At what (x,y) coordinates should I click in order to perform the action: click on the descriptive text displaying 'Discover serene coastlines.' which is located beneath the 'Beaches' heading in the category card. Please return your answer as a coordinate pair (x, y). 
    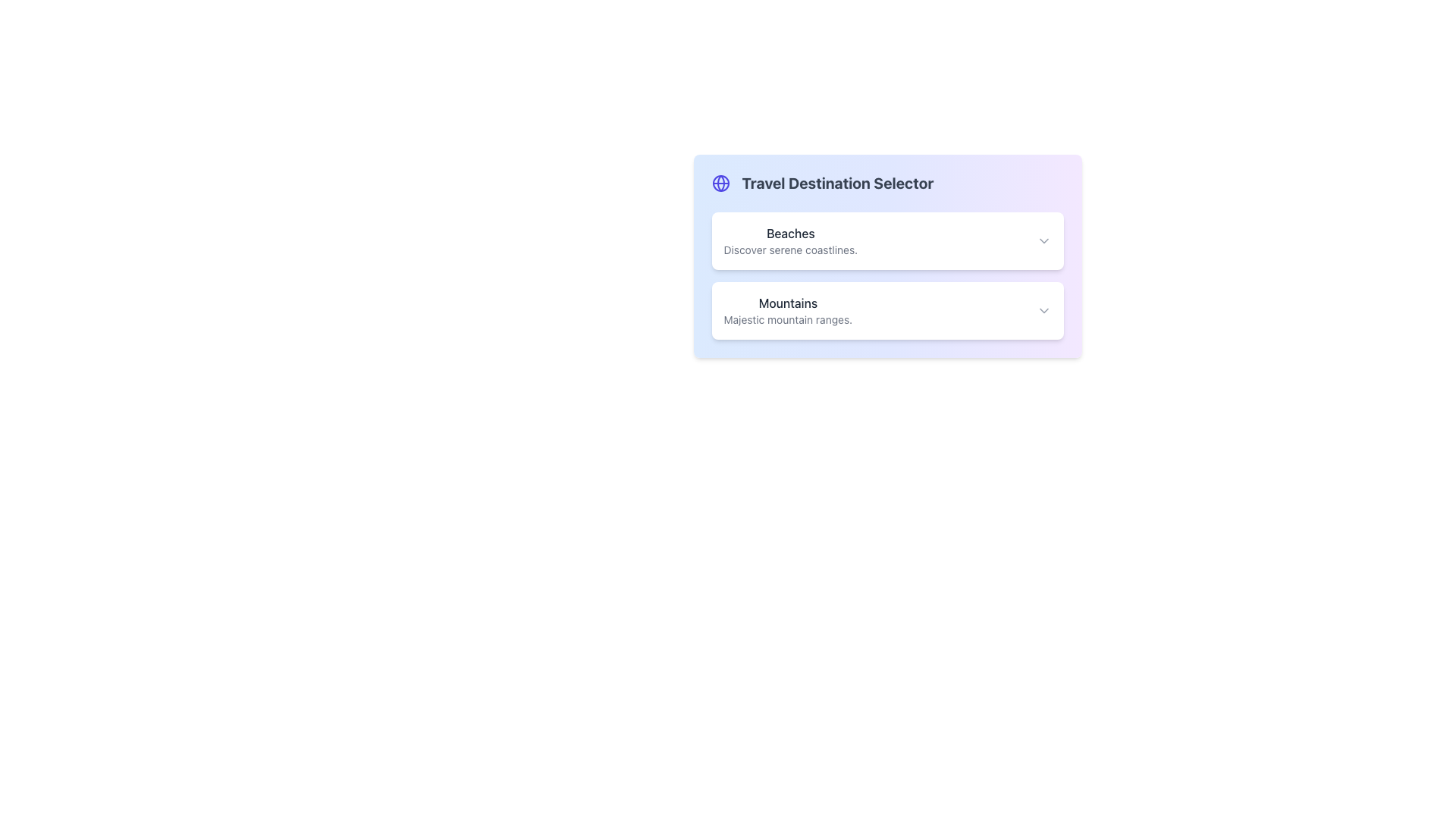
    Looking at the image, I should click on (789, 249).